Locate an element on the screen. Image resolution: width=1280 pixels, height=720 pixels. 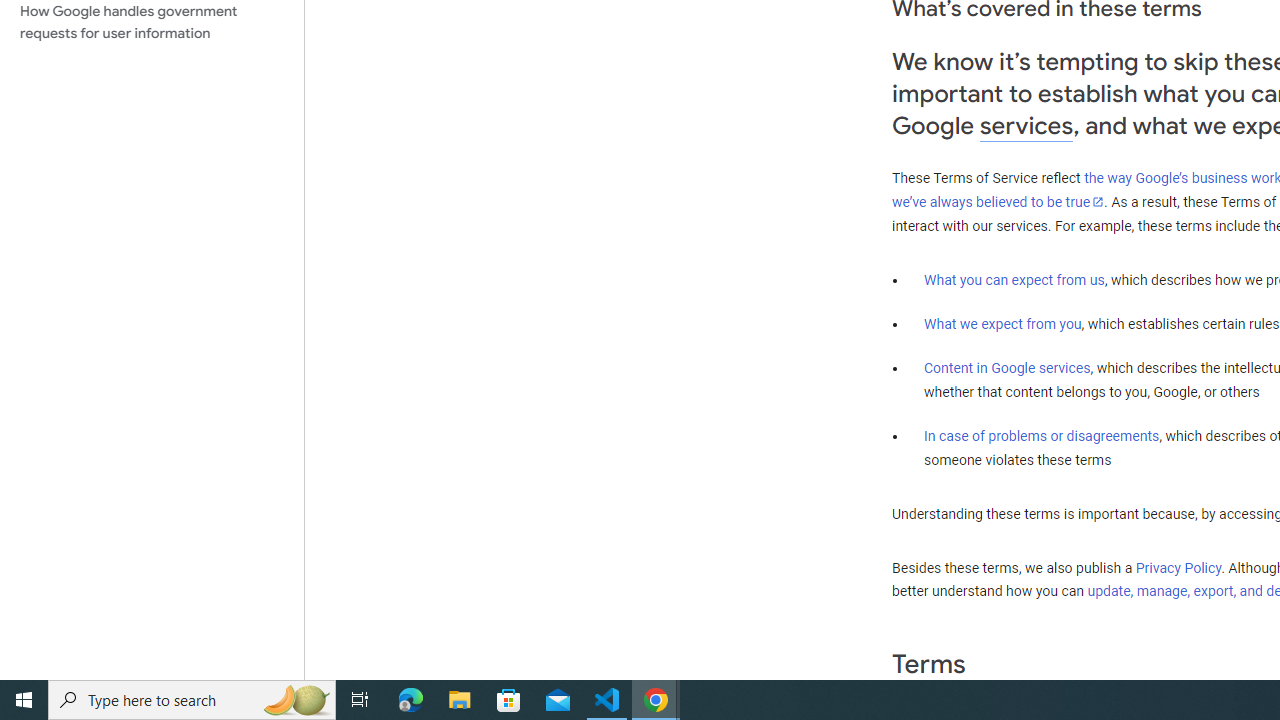
'What we expect from you' is located at coordinates (1002, 323).